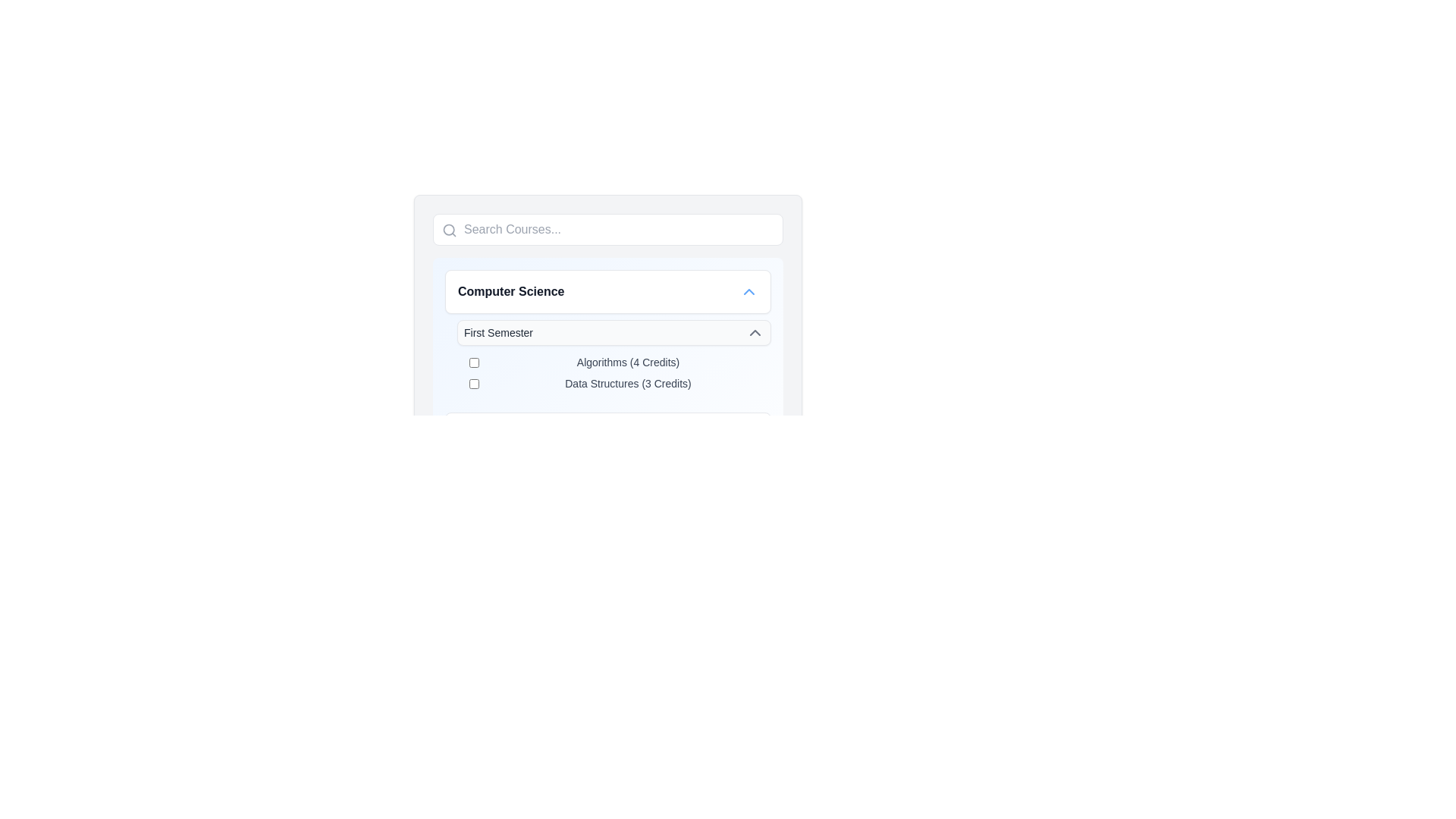  What do you see at coordinates (749, 292) in the screenshot?
I see `the toggle icon located at the far right of the 'Computer Science' button` at bounding box center [749, 292].